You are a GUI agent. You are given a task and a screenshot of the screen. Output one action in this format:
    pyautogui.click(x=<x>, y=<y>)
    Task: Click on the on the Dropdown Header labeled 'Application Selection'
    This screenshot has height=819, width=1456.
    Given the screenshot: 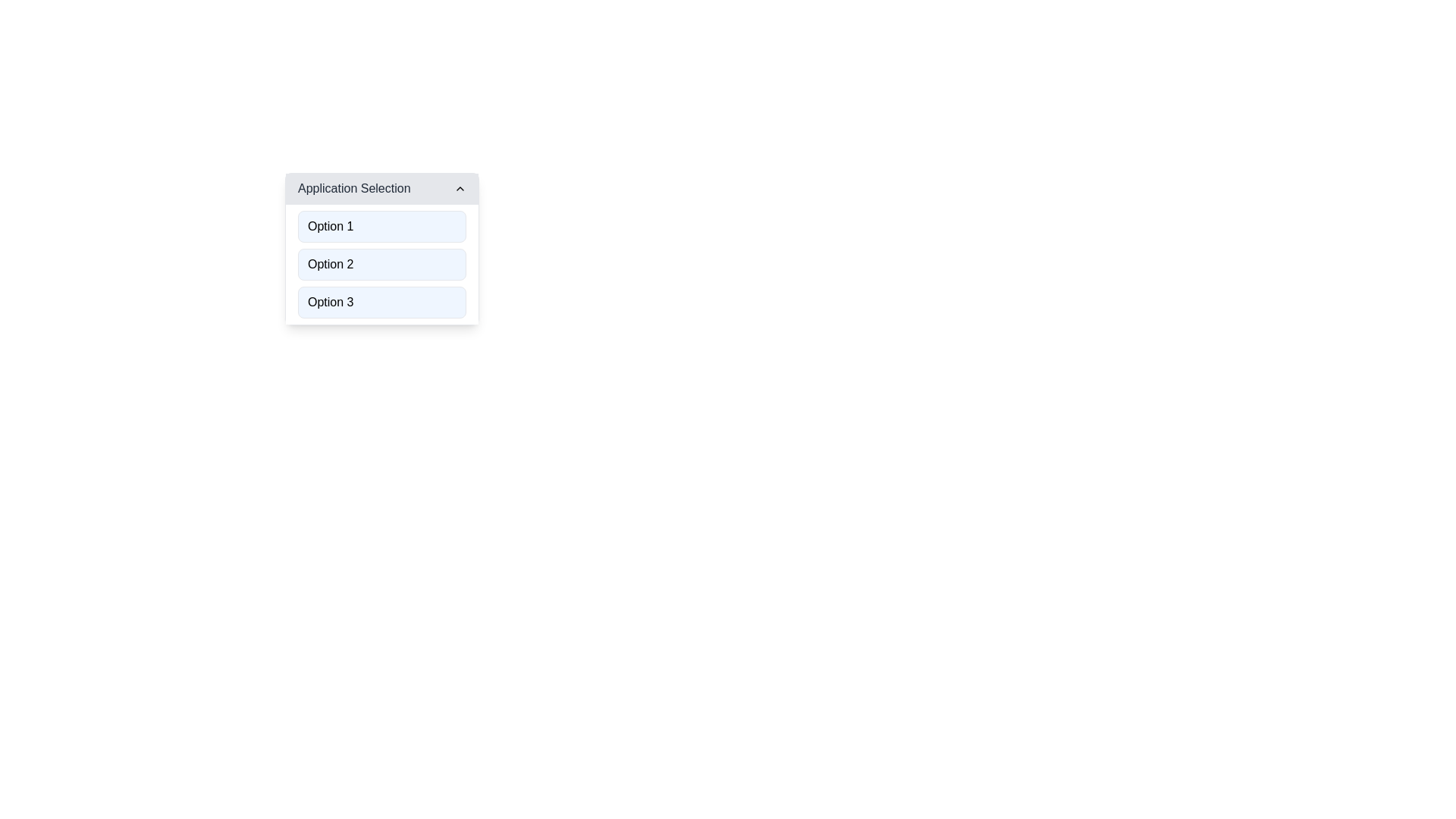 What is the action you would take?
    pyautogui.click(x=382, y=188)
    